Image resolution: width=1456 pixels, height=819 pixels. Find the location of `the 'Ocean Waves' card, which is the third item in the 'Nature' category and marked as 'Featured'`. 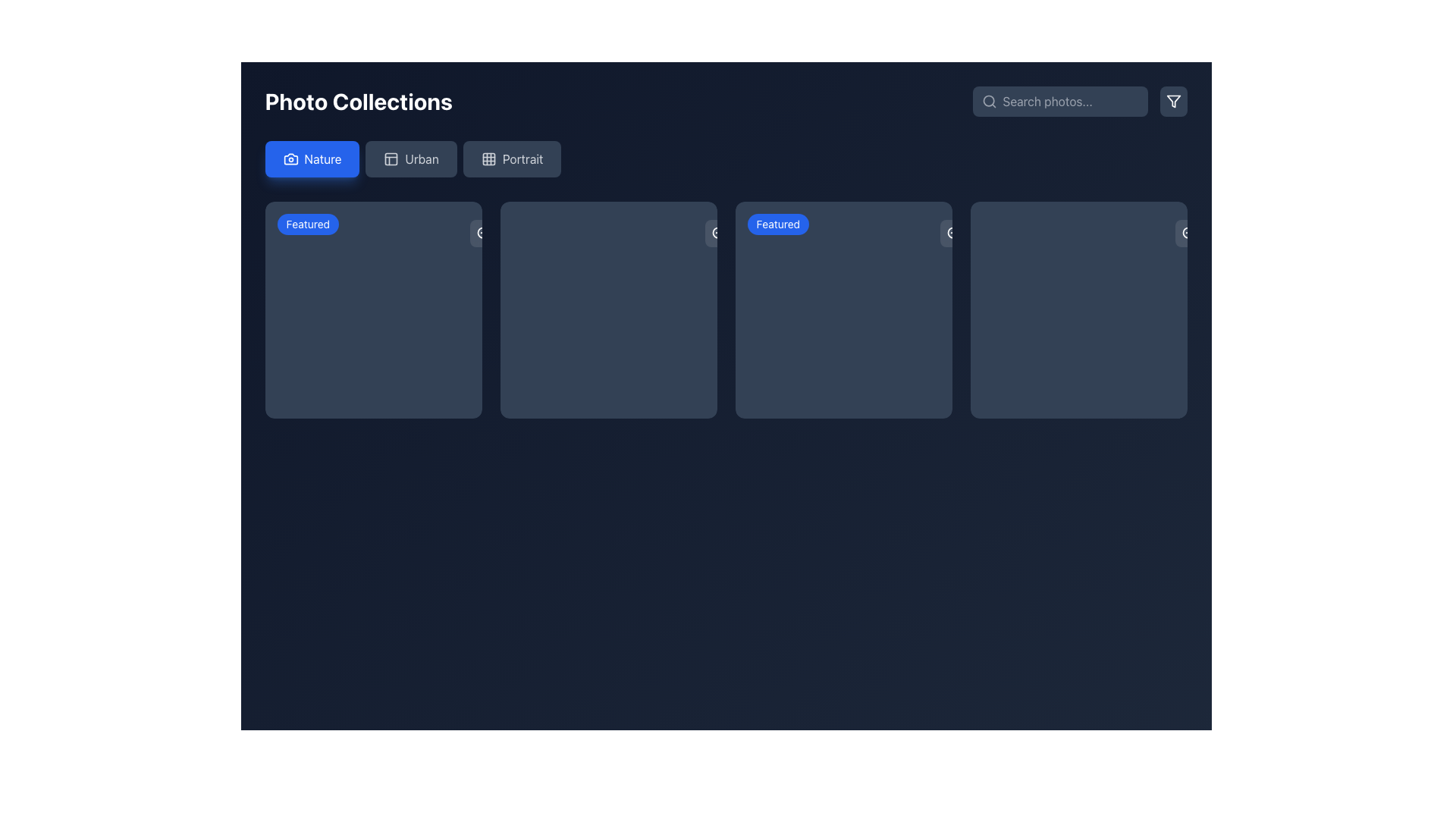

the 'Ocean Waves' card, which is the third item in the 'Nature' category and marked as 'Featured' is located at coordinates (843, 309).